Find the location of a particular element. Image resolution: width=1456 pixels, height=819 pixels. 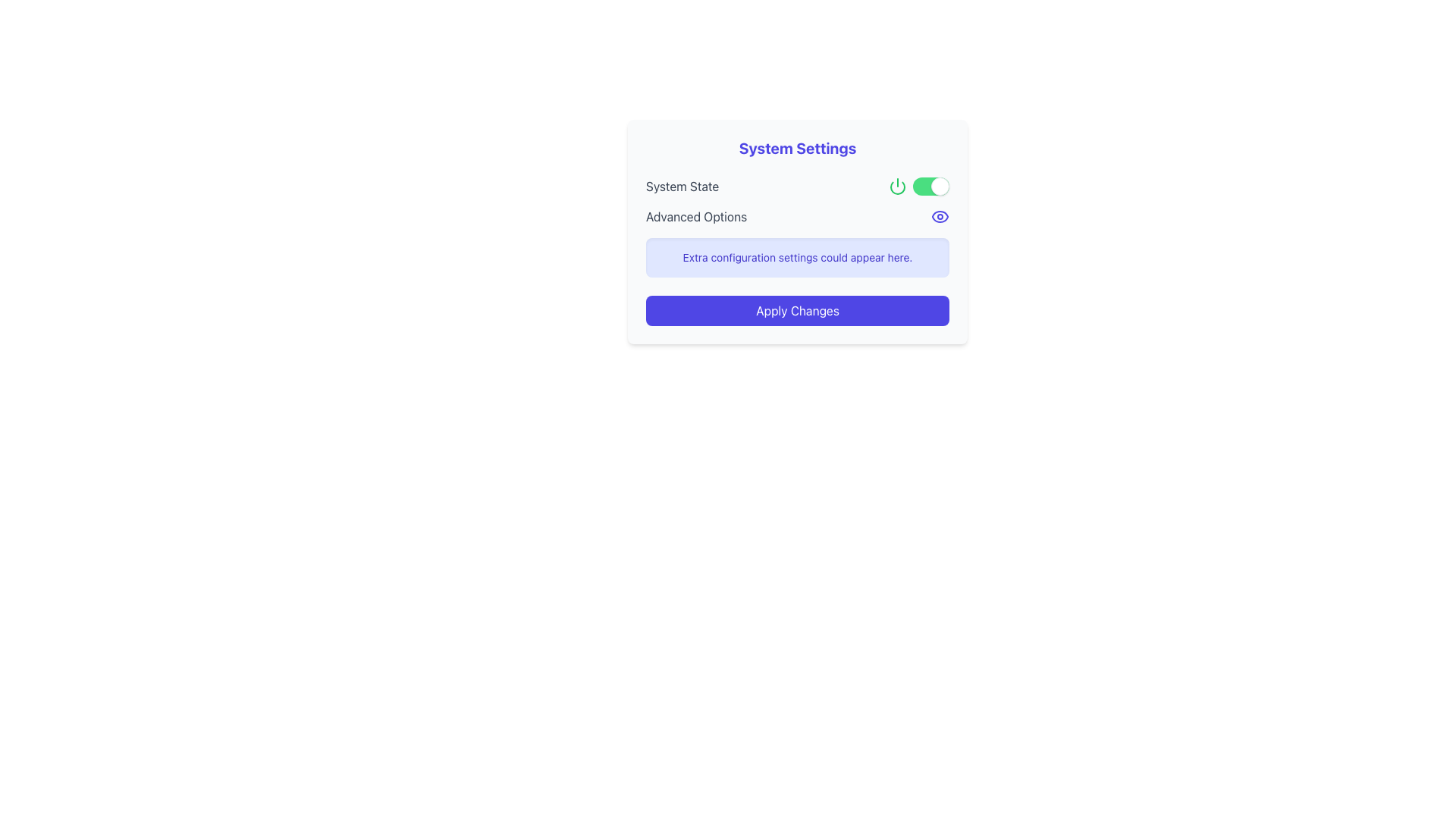

informational text block with a light indigo background that contains the message 'Extra configuration settings could appear here.' located beneath the 'Advanced Options' section is located at coordinates (796, 256).